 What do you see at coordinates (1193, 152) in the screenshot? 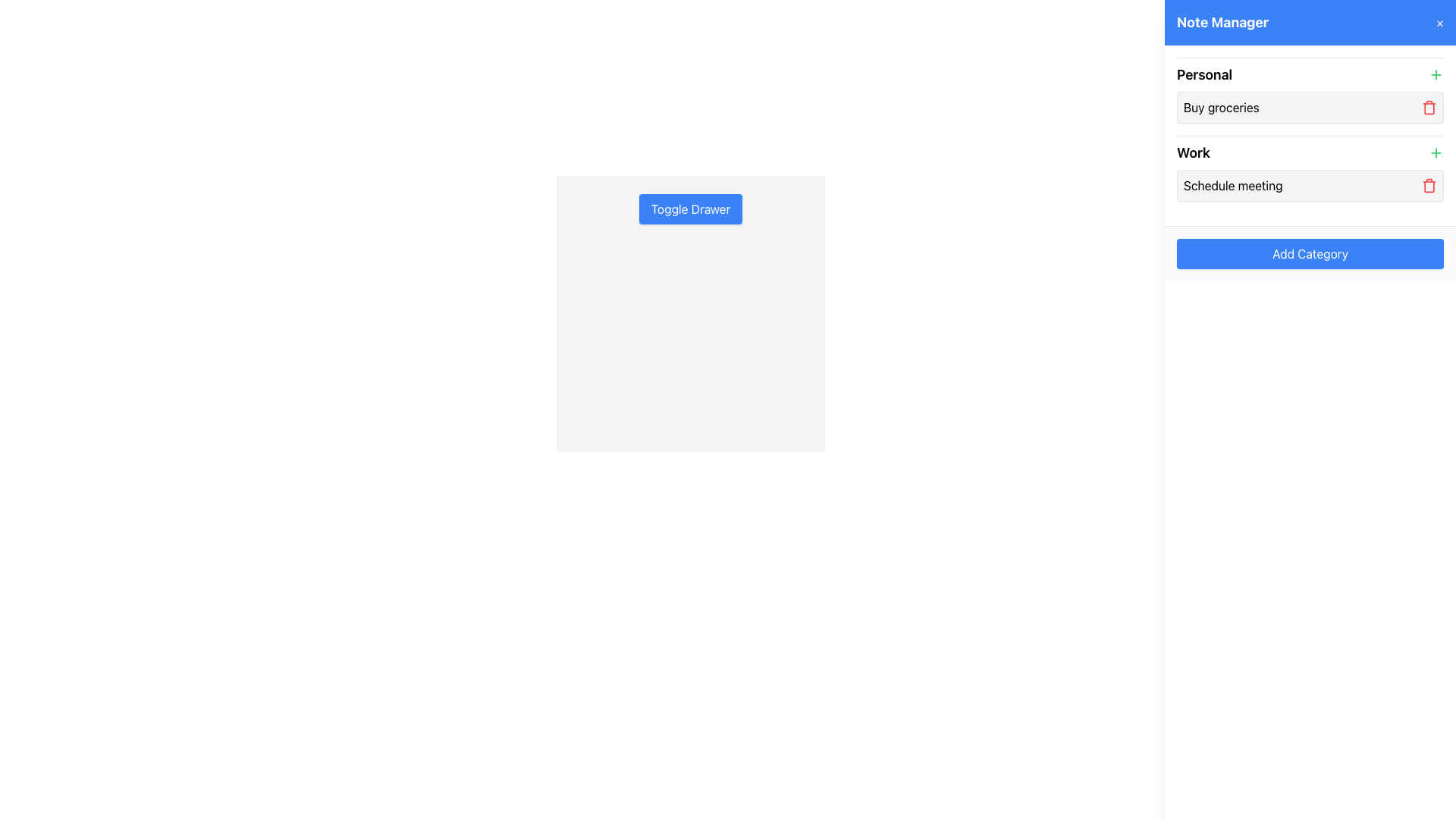
I see `the 'Work' label text, which is a bold black text element located in the 'Note Manager' panel, positioned below 'Buy groceries' and above 'Schedule meeting'` at bounding box center [1193, 152].